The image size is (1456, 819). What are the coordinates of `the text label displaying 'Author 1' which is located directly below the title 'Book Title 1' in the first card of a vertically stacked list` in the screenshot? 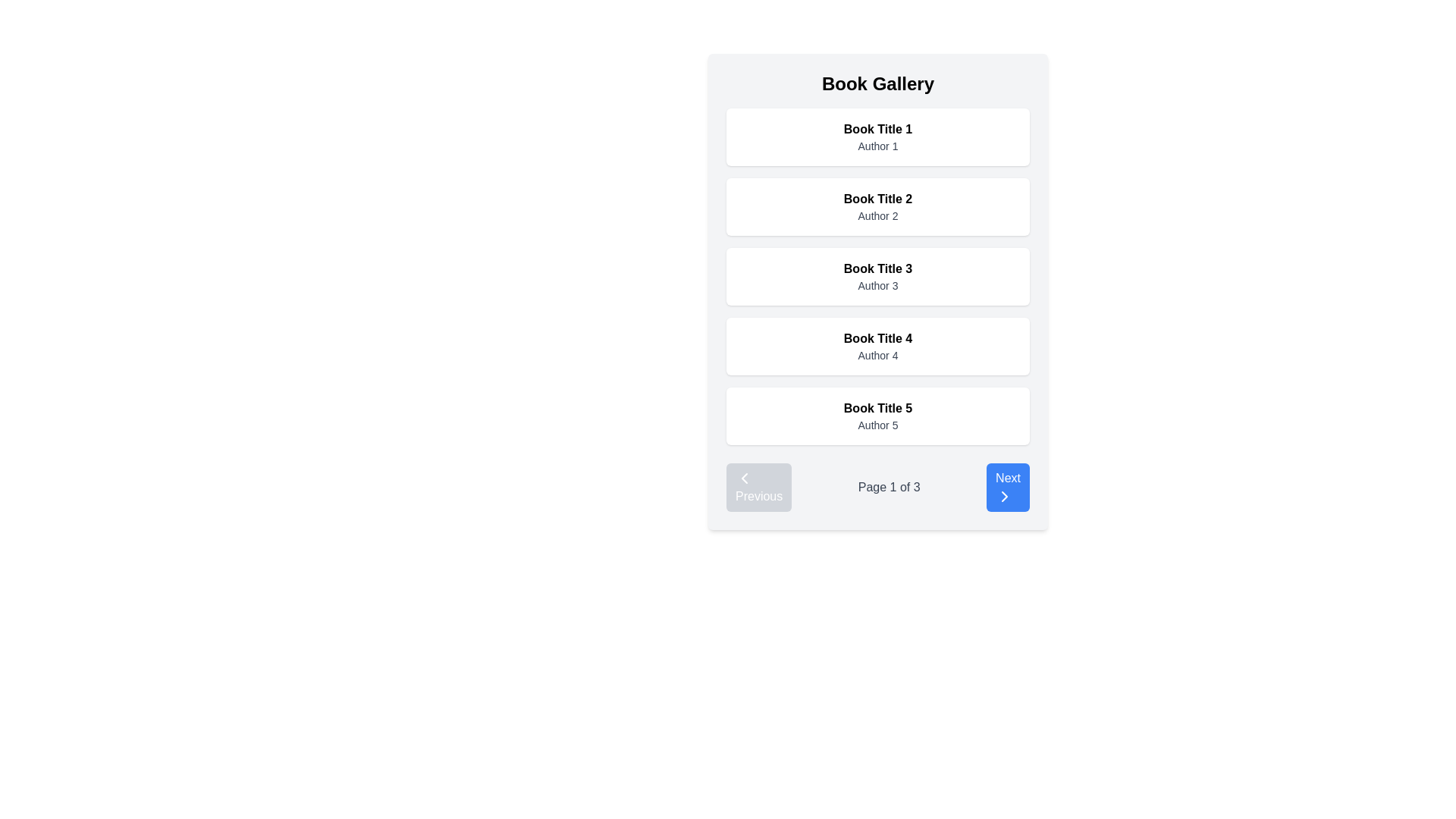 It's located at (877, 146).